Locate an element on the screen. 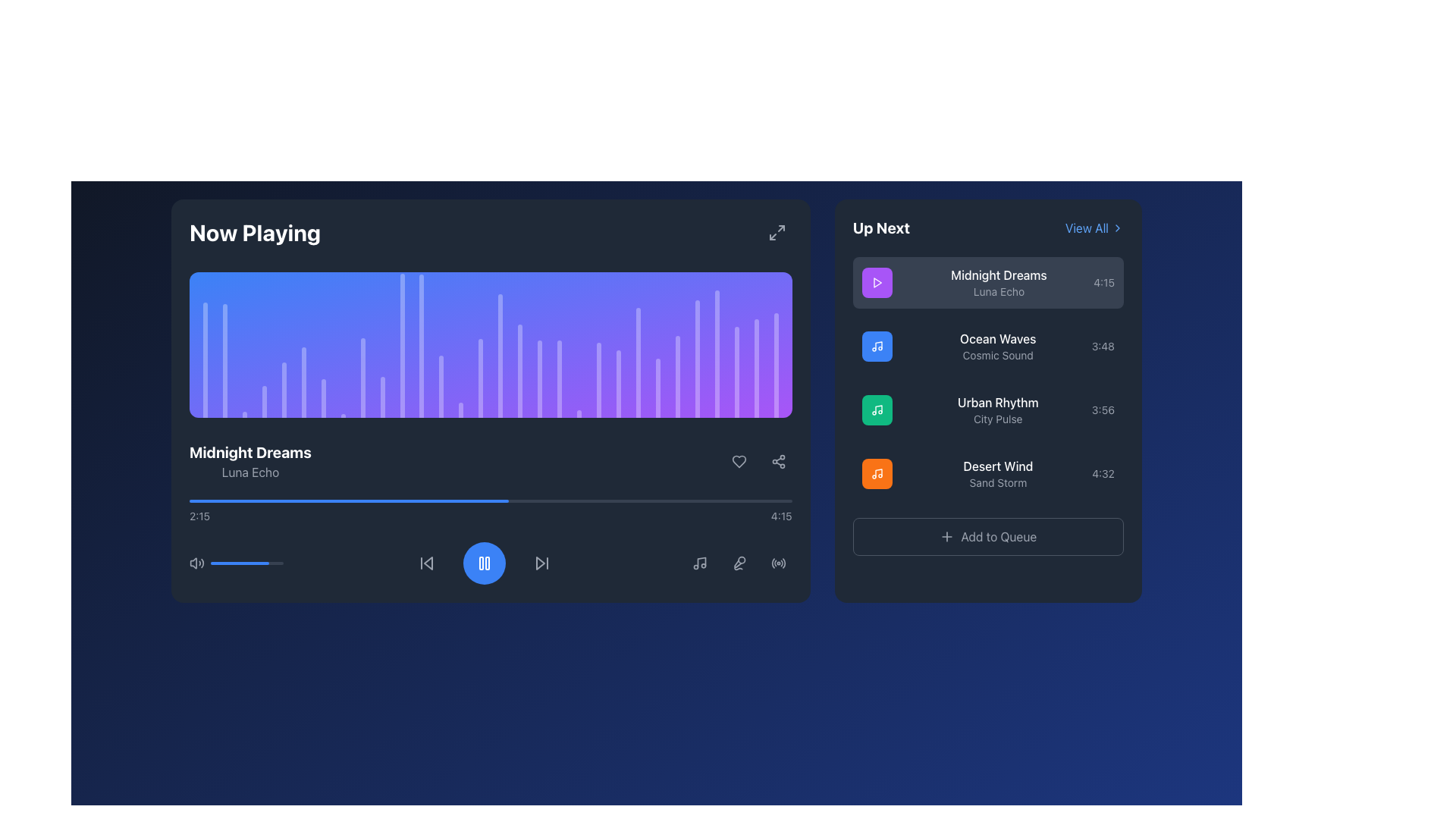  the 21st vertical Waveform bar, which is a translucent white bar with a rounded top, part of the waveform display under the title 'Now Playing' is located at coordinates (619, 383).